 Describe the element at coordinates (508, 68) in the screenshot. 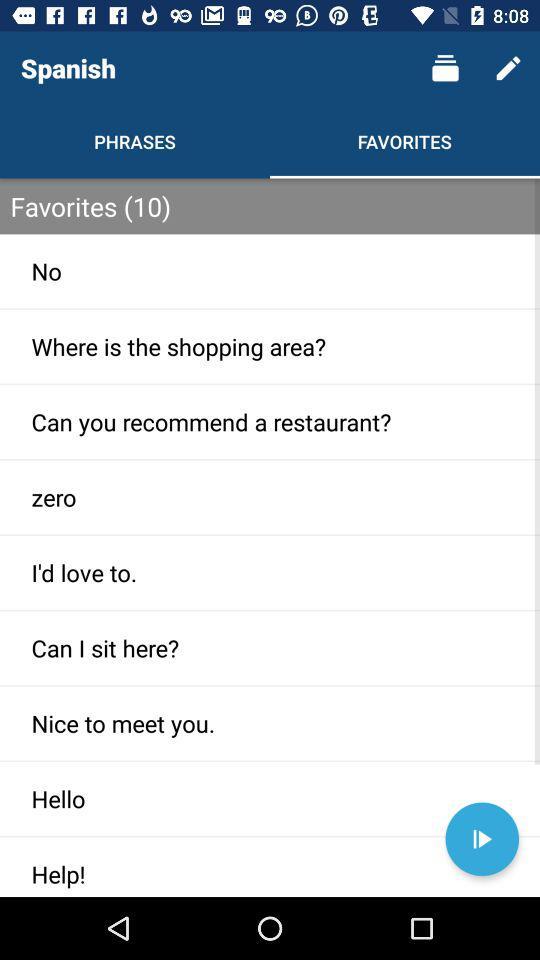

I see `the icon above favorites (10) item` at that location.